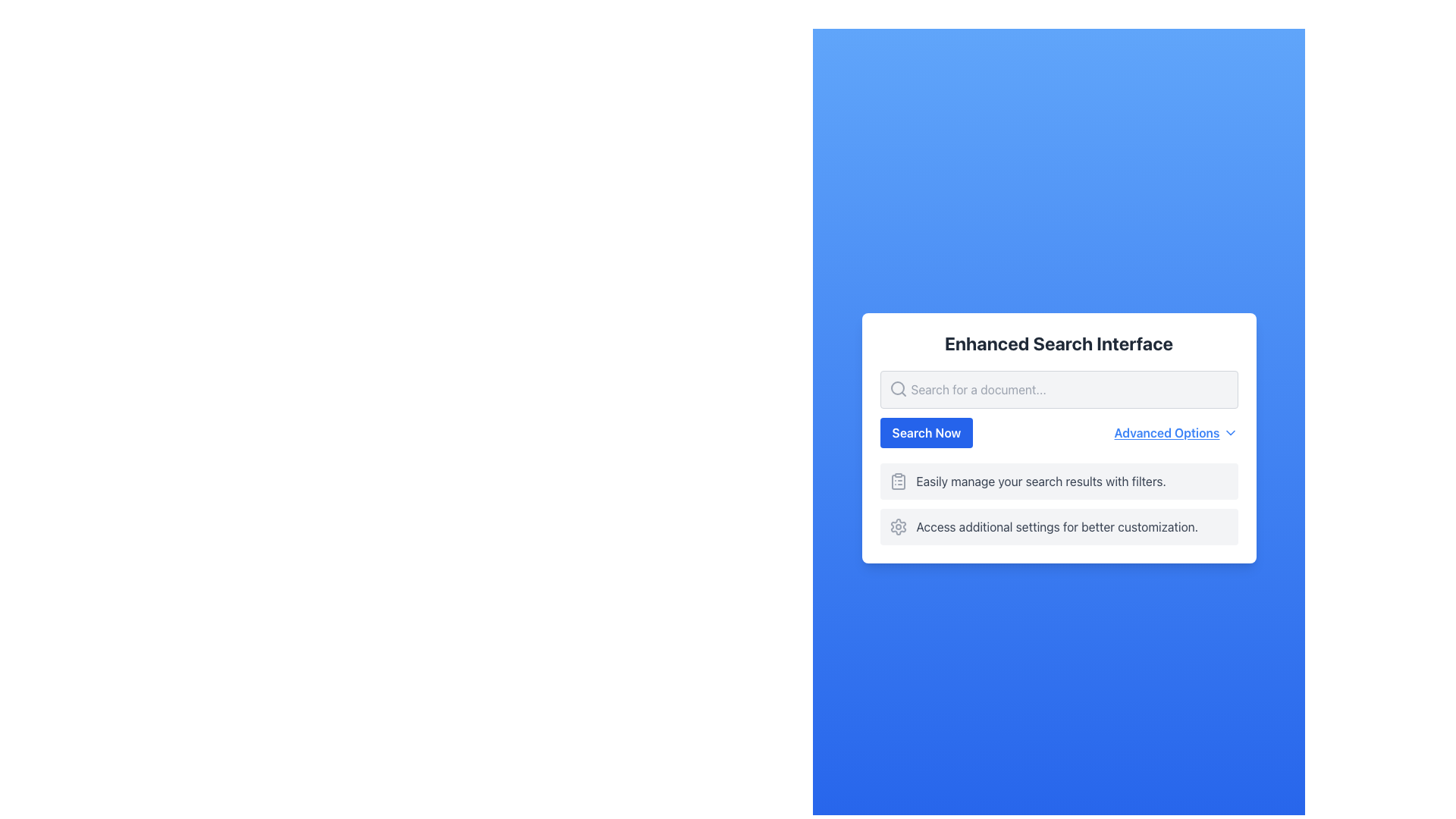 This screenshot has width=1456, height=819. What do you see at coordinates (1058, 526) in the screenshot?
I see `the descriptive text element that reads 'Access additional settings for better customization.' which is accompanied by a gear icon, located in the vertical list below the item 'Easily manage your search results with filters.'` at bounding box center [1058, 526].